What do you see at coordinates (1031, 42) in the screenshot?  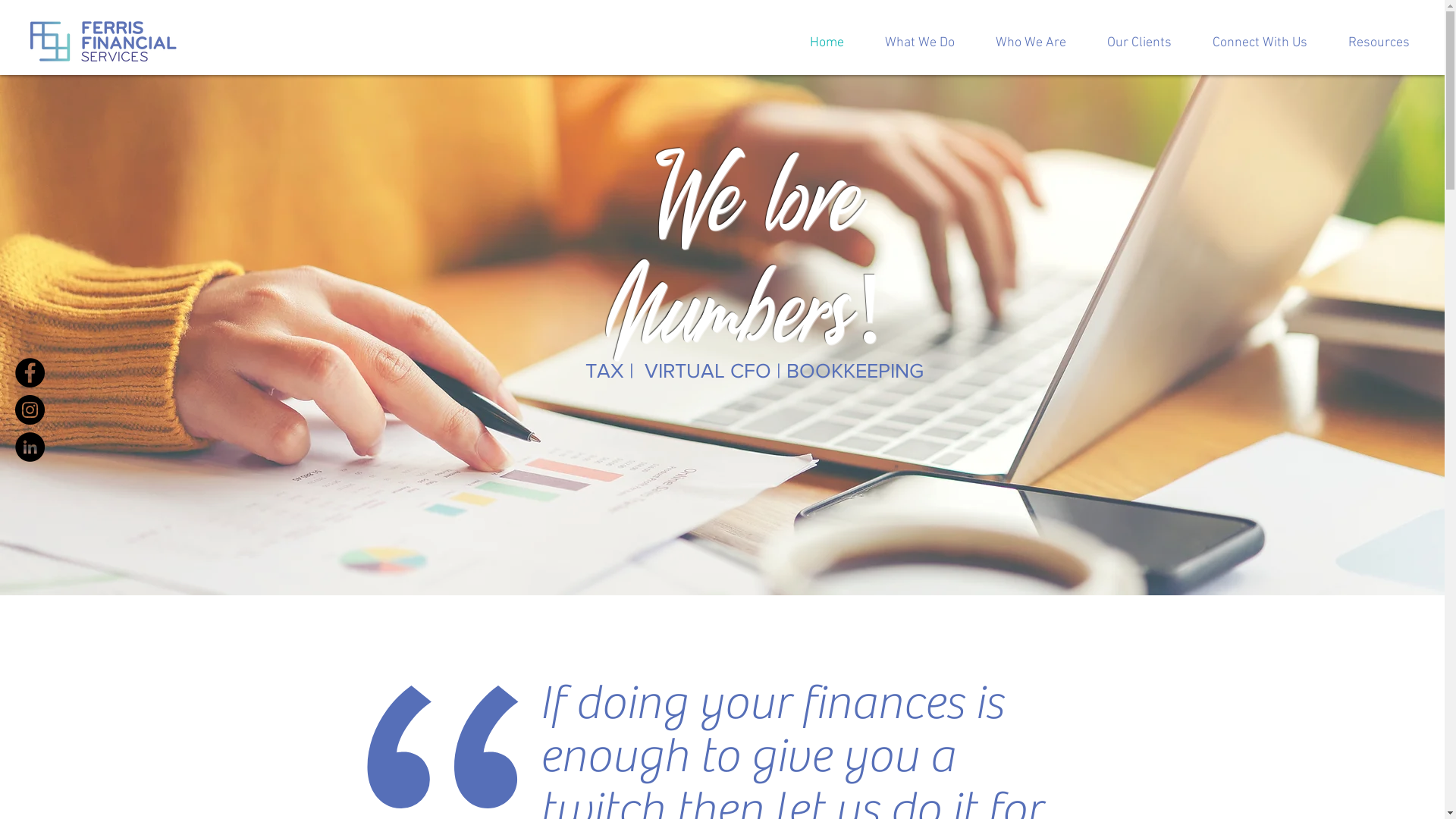 I see `'Who We Are'` at bounding box center [1031, 42].